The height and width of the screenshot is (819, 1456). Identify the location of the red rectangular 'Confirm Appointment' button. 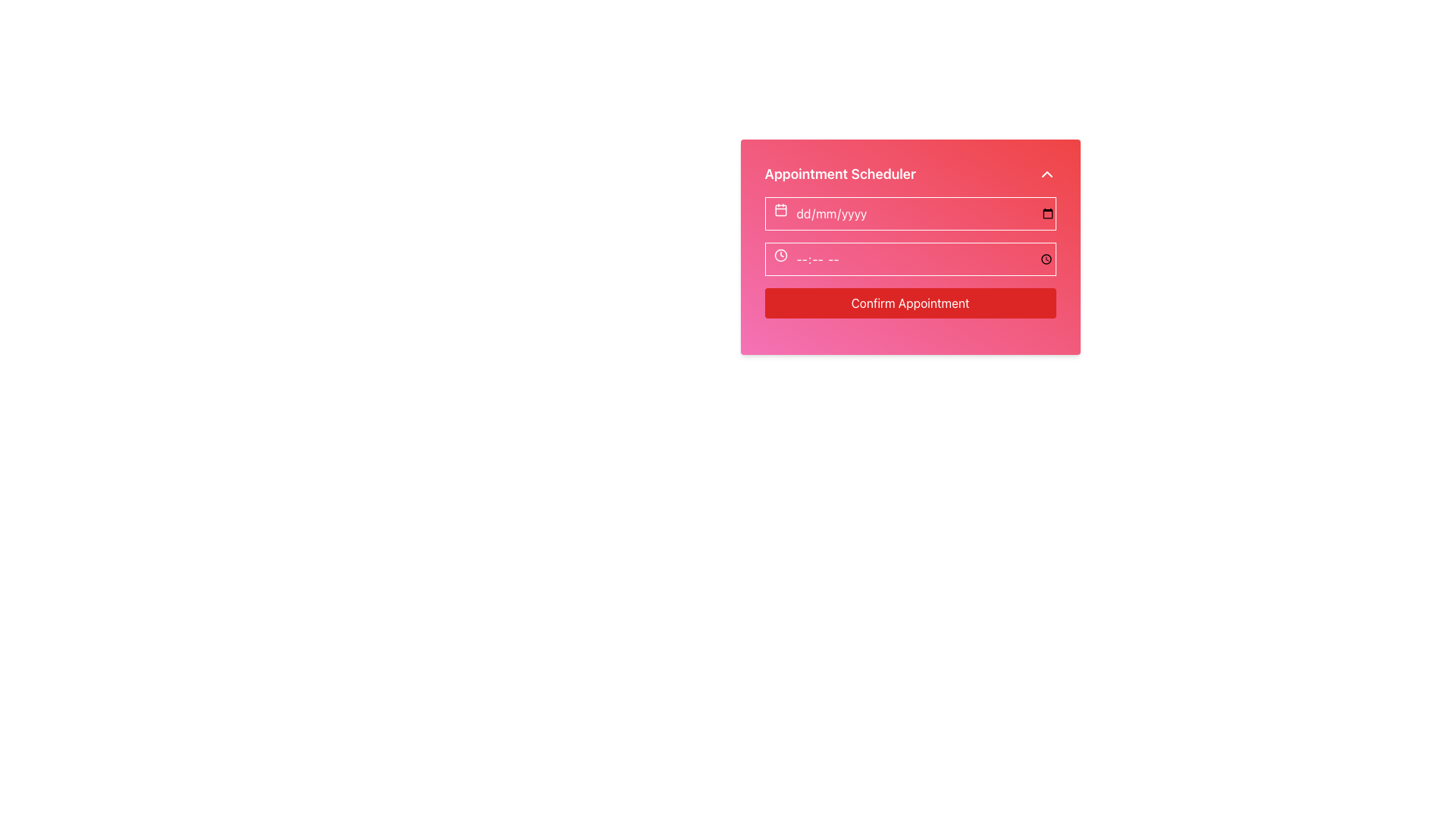
(910, 303).